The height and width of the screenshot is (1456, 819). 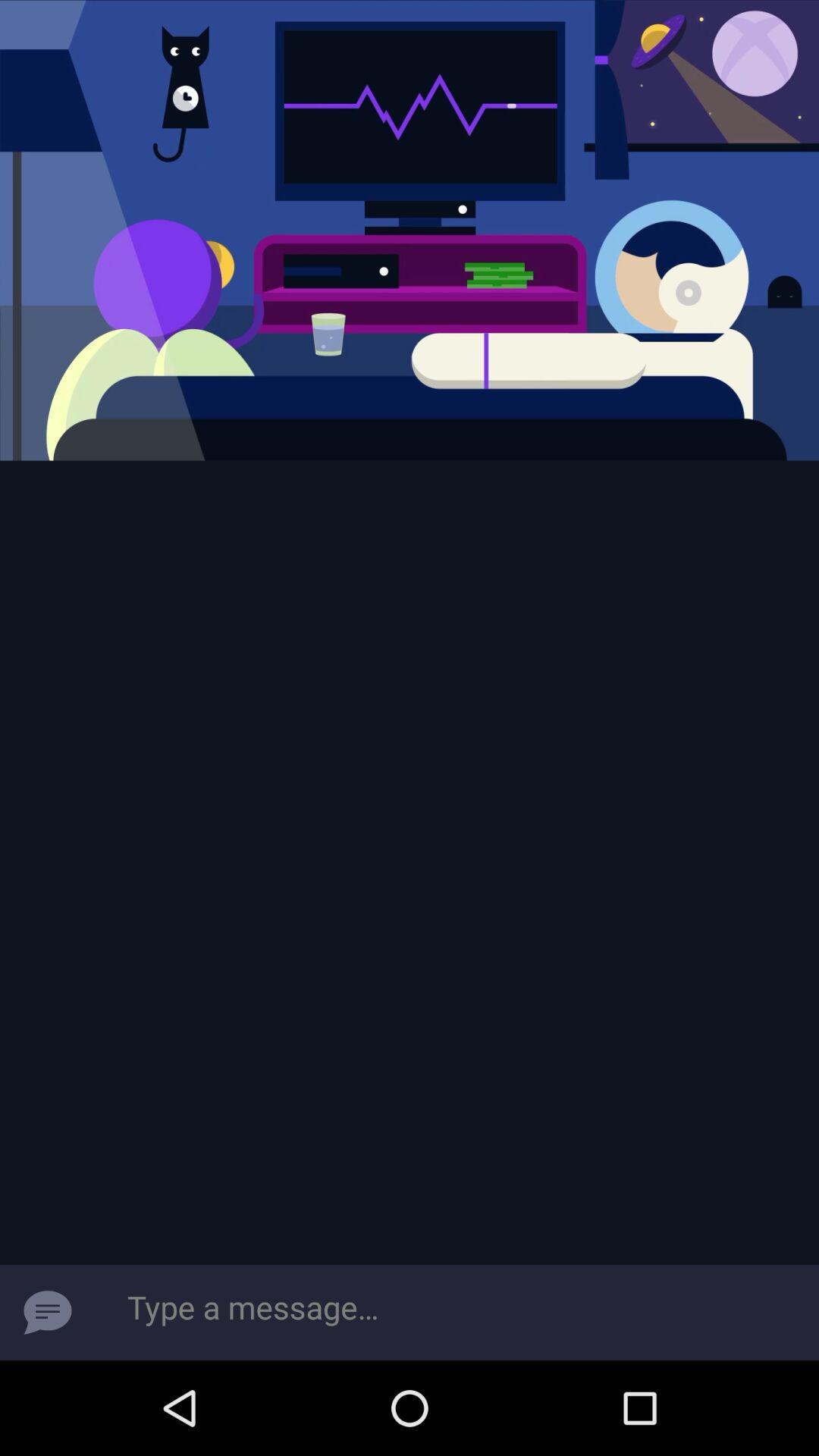 I want to click on type message, so click(x=456, y=1312).